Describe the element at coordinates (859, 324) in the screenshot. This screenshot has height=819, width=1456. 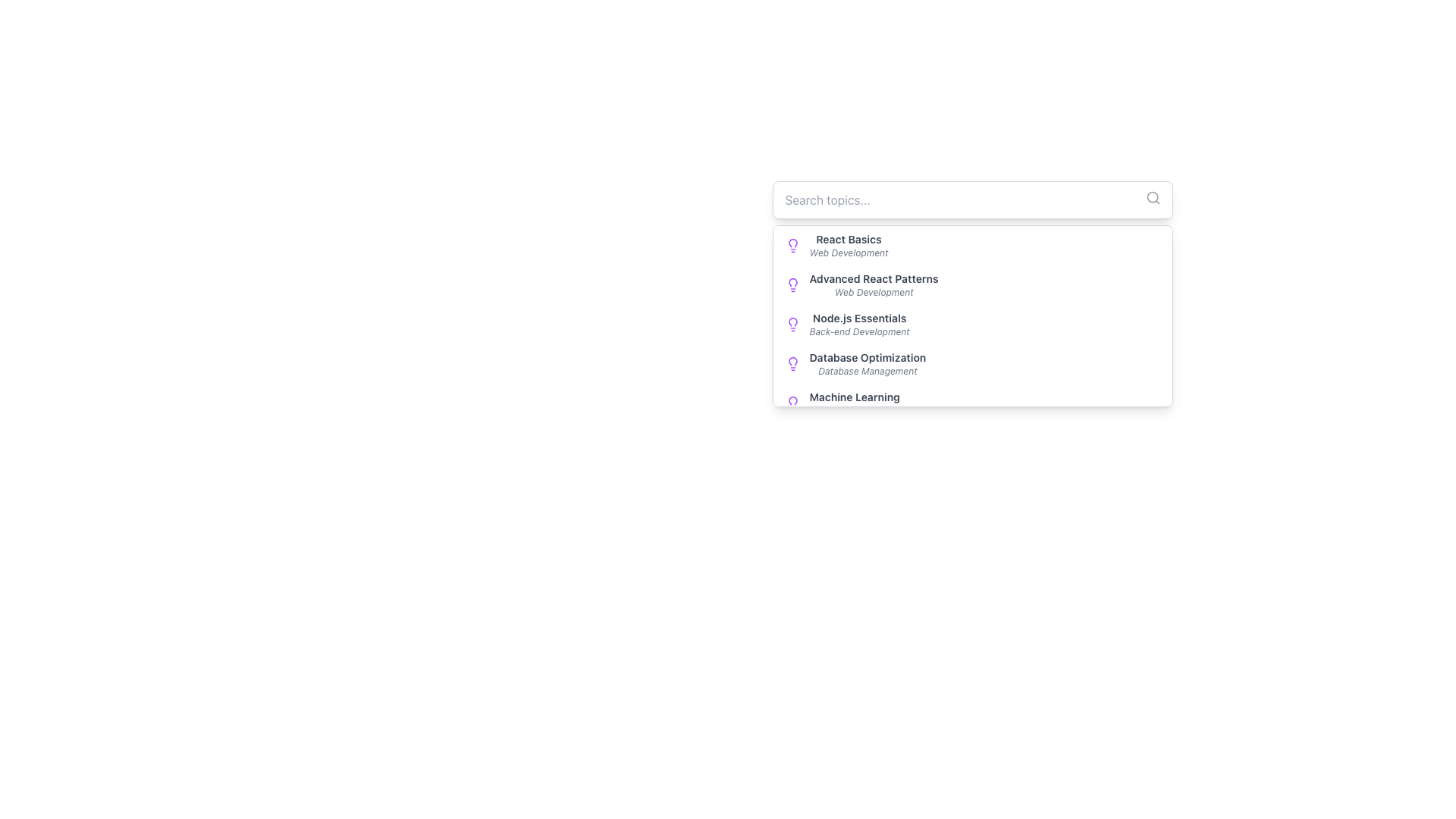
I see `the 'Node.js Essentials' list item` at that location.